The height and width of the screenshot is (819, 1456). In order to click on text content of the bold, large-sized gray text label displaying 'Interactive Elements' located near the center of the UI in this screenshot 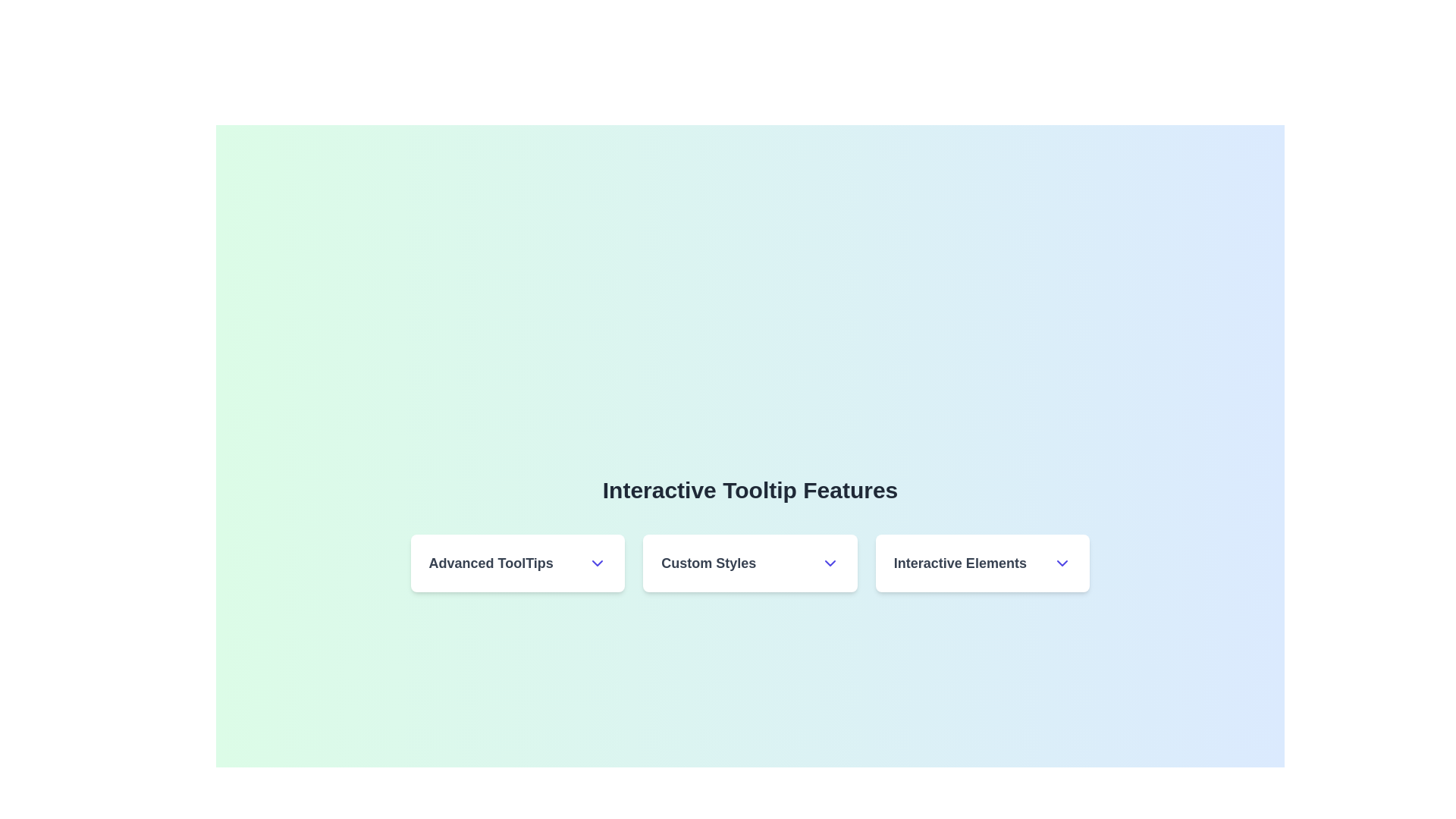, I will do `click(959, 563)`.